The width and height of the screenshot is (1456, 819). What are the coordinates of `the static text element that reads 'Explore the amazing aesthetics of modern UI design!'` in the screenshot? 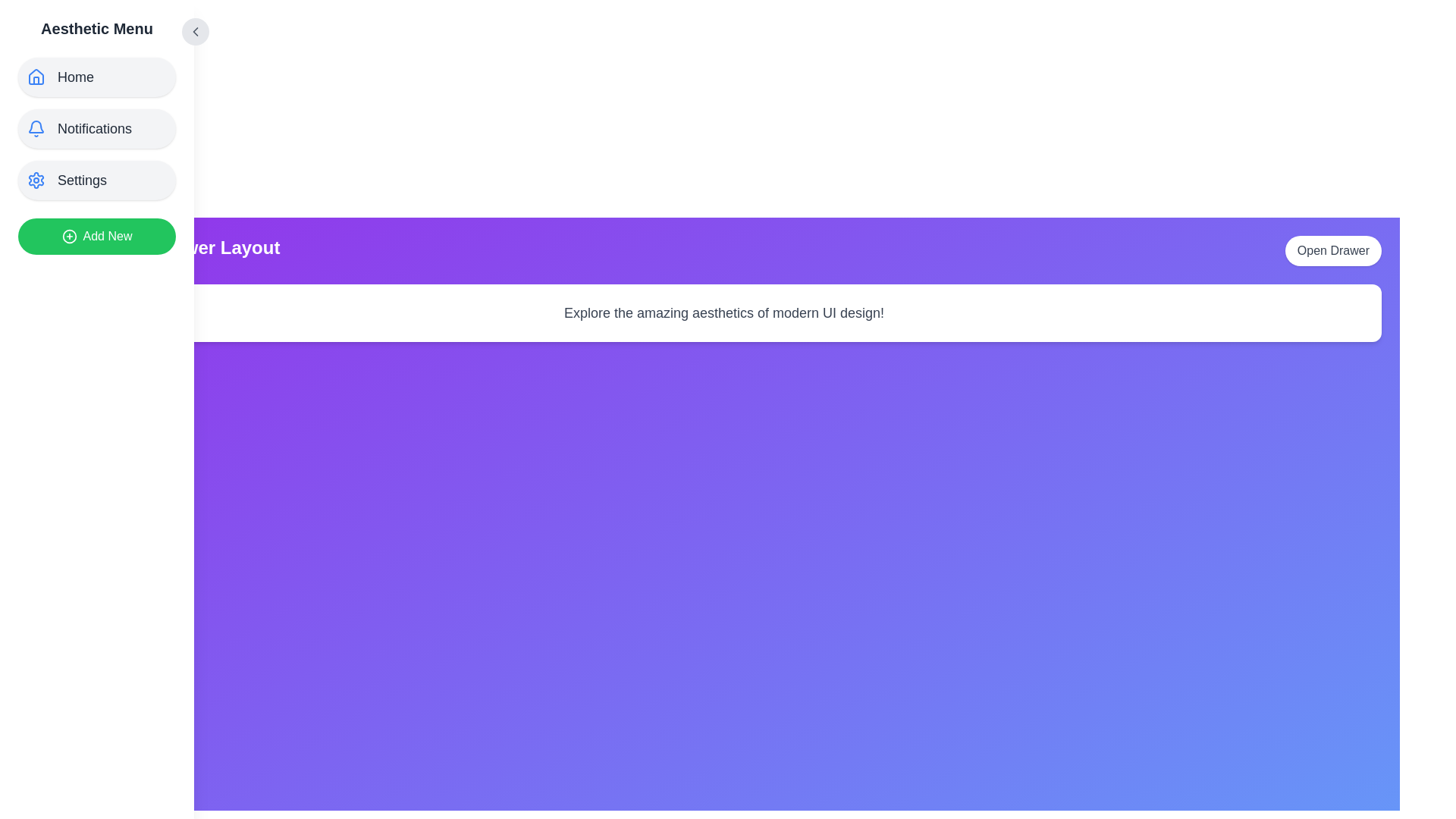 It's located at (723, 312).